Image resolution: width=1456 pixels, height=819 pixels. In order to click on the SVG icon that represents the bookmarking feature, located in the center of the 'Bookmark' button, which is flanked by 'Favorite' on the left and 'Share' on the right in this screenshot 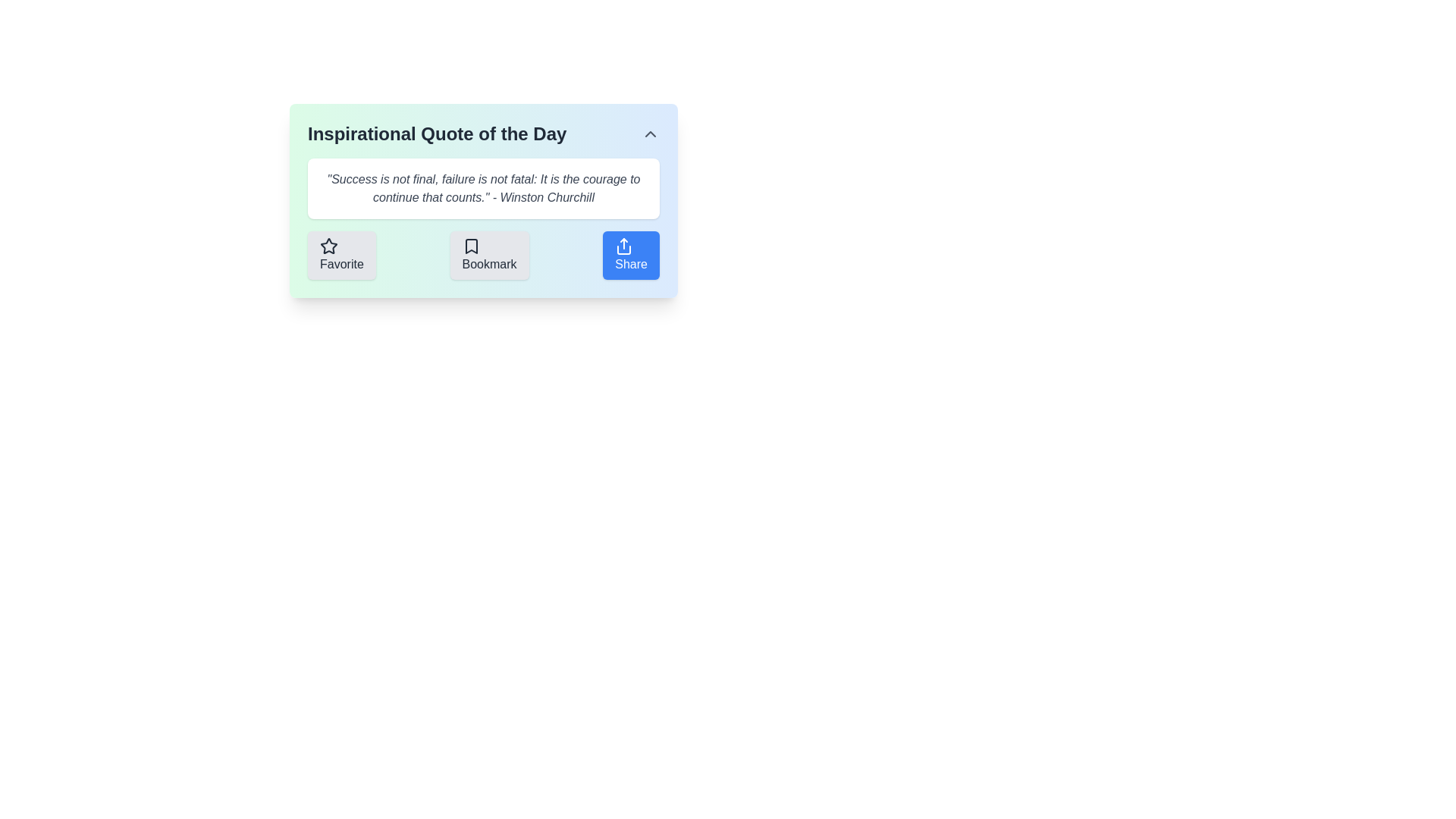, I will do `click(470, 245)`.